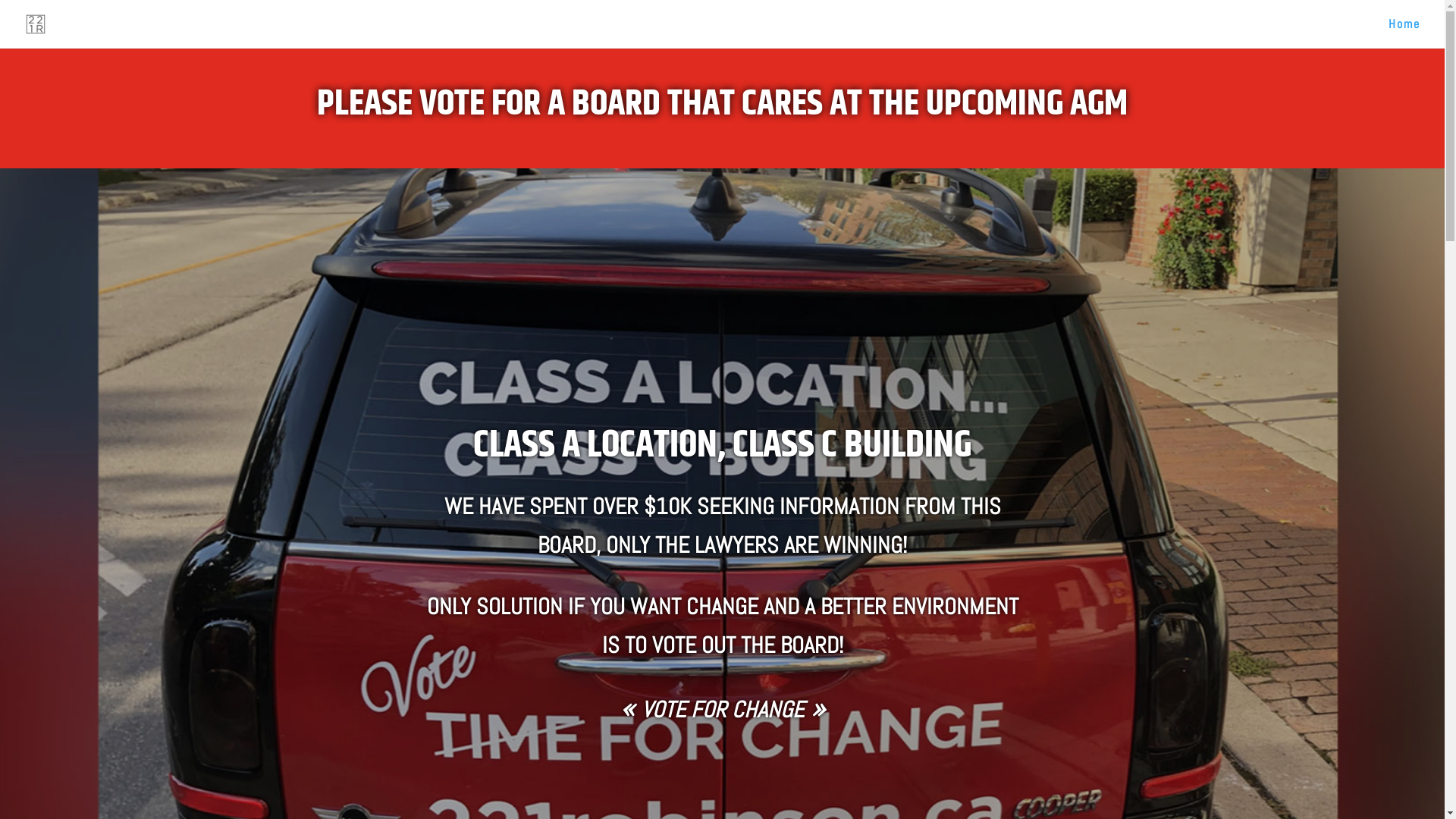  What do you see at coordinates (1404, 33) in the screenshot?
I see `'Home'` at bounding box center [1404, 33].